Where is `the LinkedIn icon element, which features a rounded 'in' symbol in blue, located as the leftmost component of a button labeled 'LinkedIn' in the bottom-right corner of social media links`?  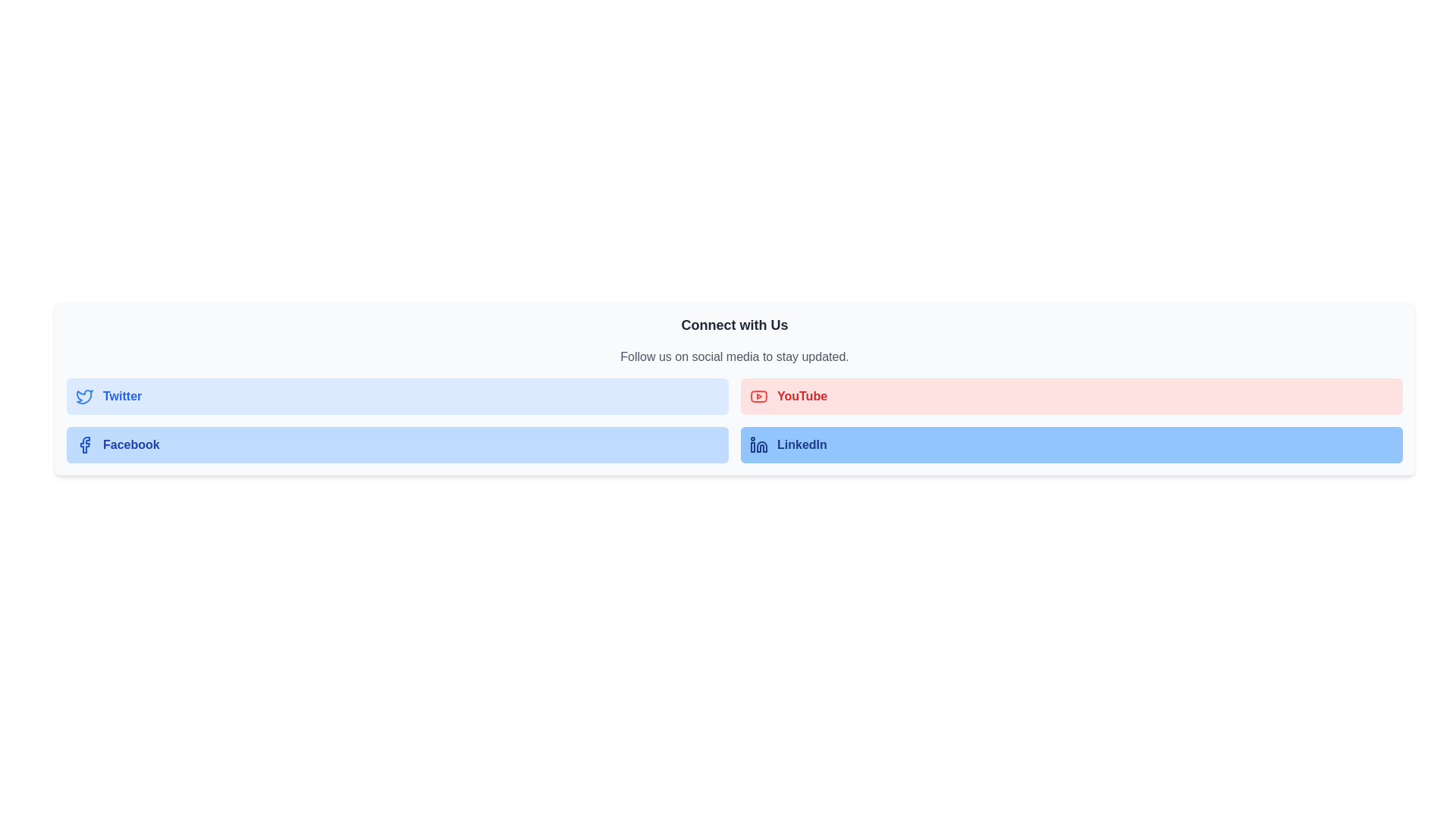 the LinkedIn icon element, which features a rounded 'in' symbol in blue, located as the leftmost component of a button labeled 'LinkedIn' in the bottom-right corner of social media links is located at coordinates (759, 444).